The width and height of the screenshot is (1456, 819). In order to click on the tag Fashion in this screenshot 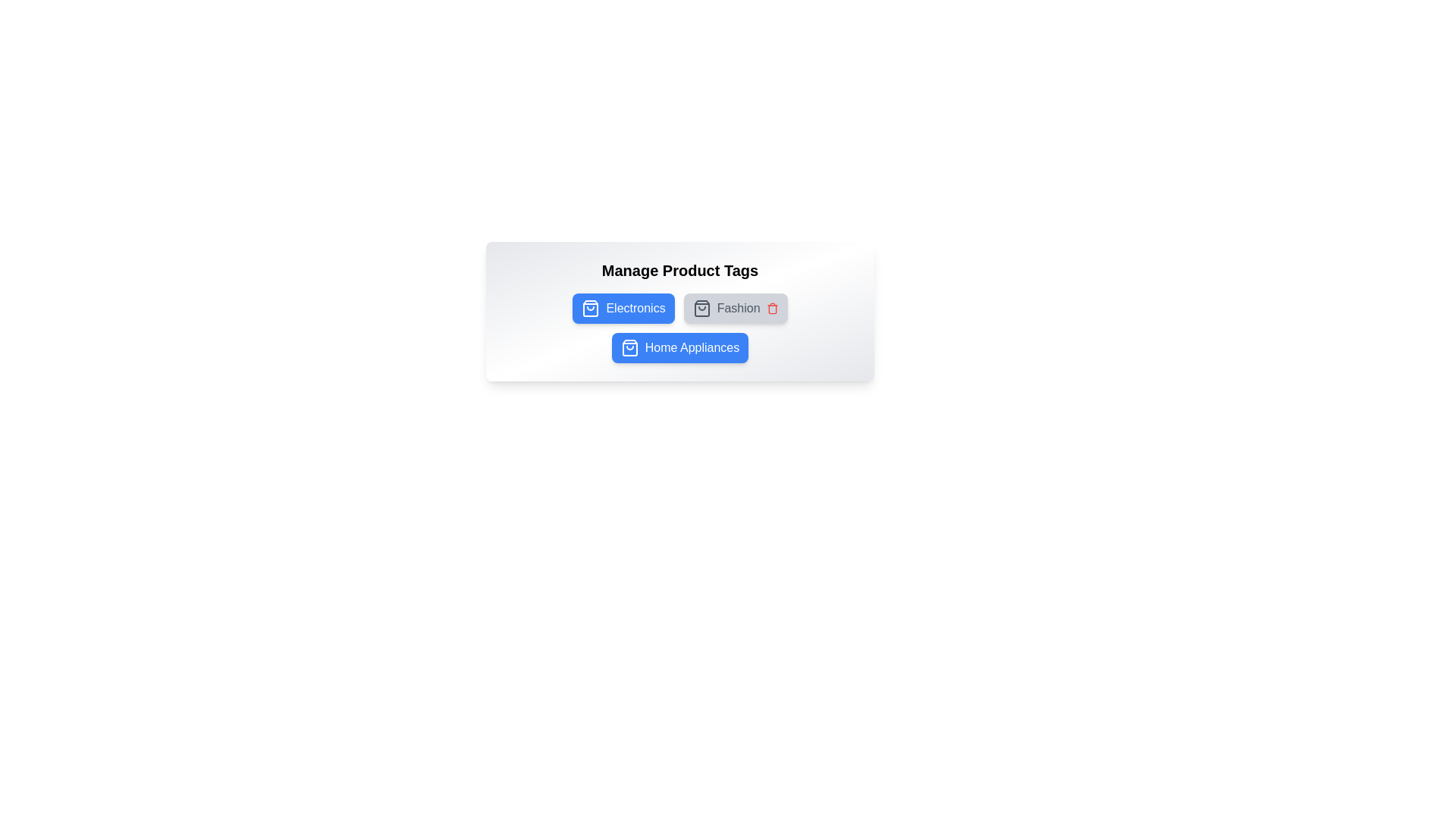, I will do `click(736, 308)`.